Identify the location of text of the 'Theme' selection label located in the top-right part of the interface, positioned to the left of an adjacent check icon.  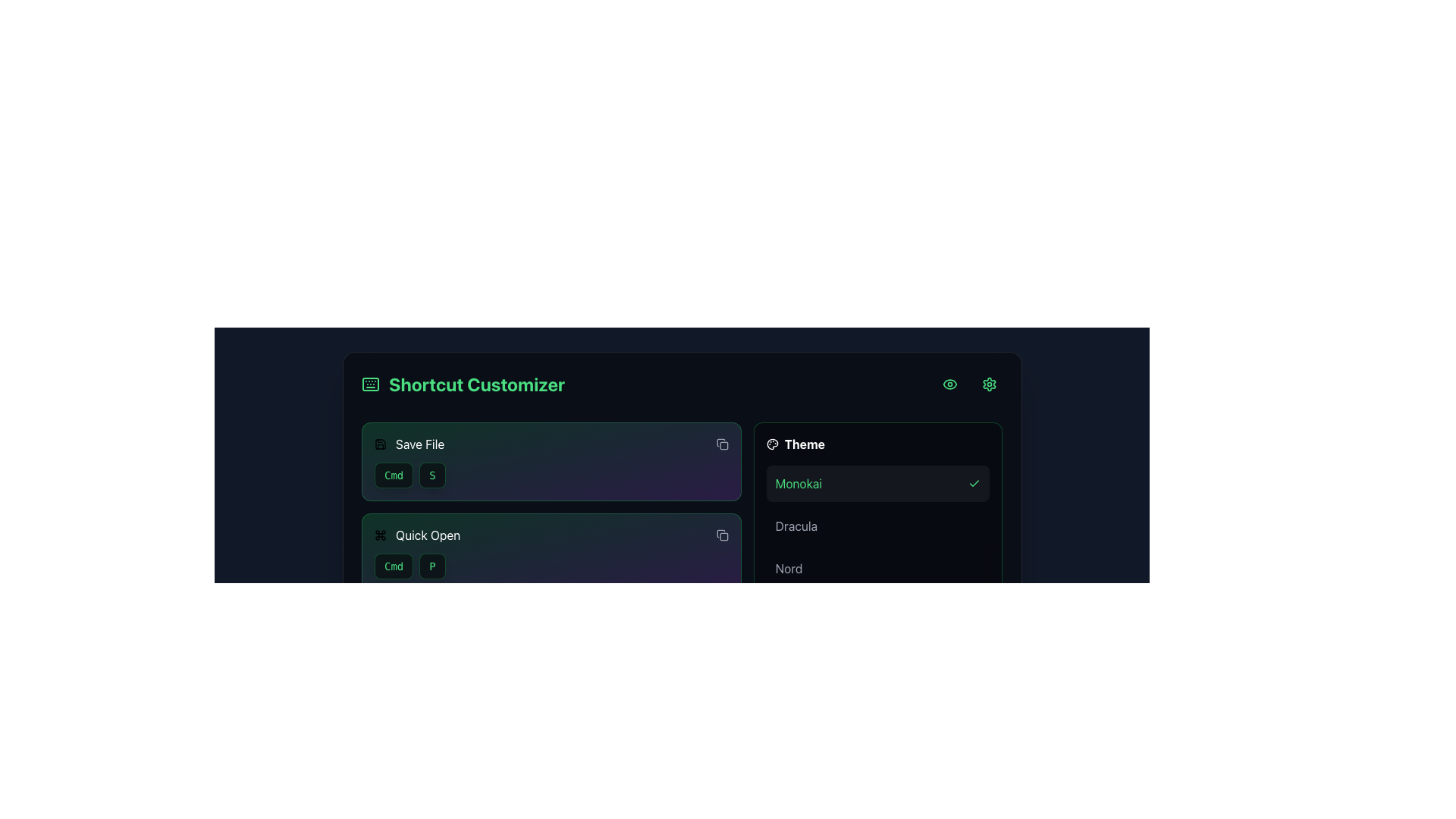
(798, 483).